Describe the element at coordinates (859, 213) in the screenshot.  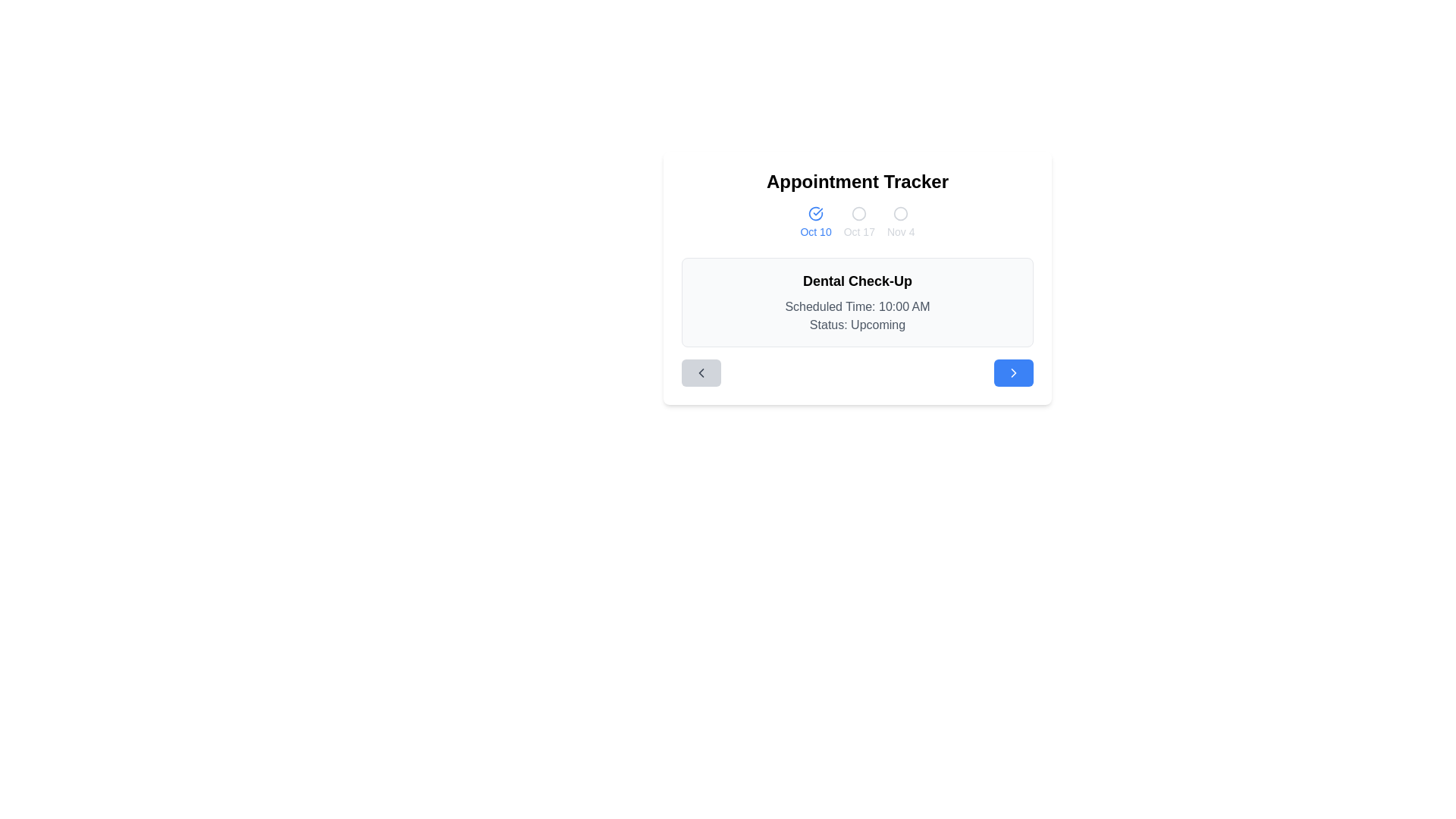
I see `the decorative circle within the SVG graphic that indicates a selectable date option, located near the top center of the display` at that location.